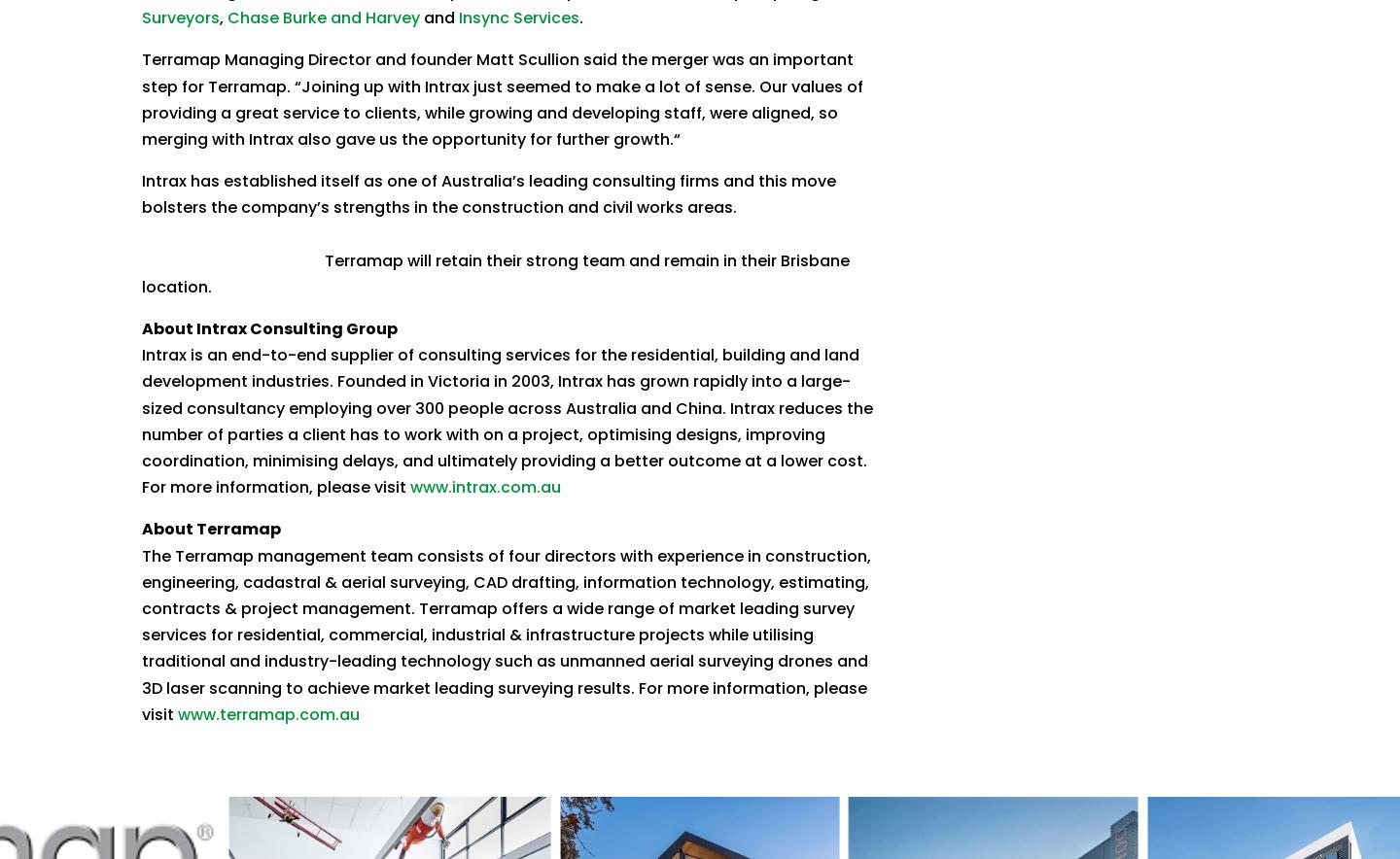 This screenshot has height=859, width=1400. I want to click on 'About Intrax Consulting Group', so click(140, 327).